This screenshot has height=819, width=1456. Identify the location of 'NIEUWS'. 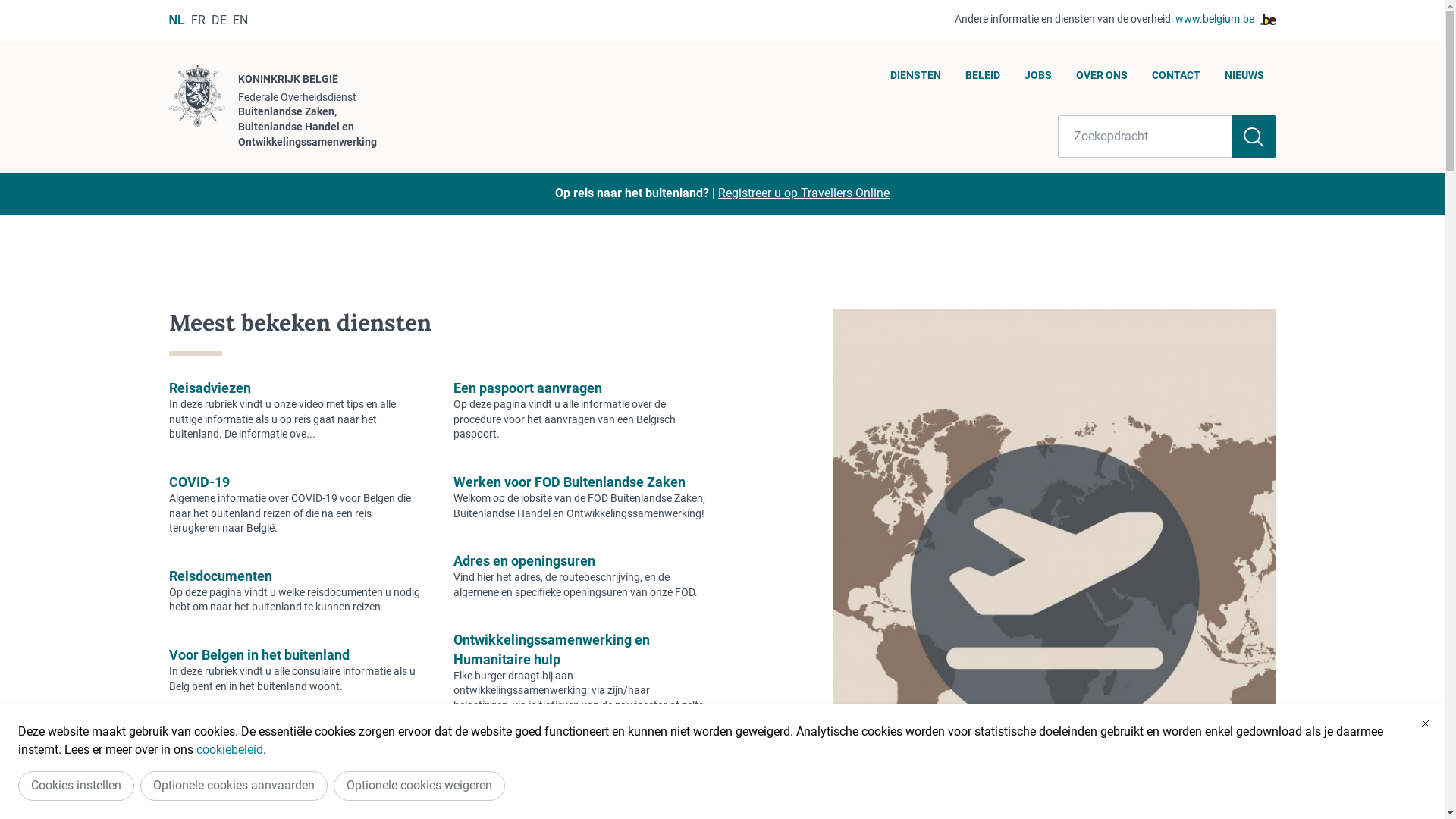
(1244, 79).